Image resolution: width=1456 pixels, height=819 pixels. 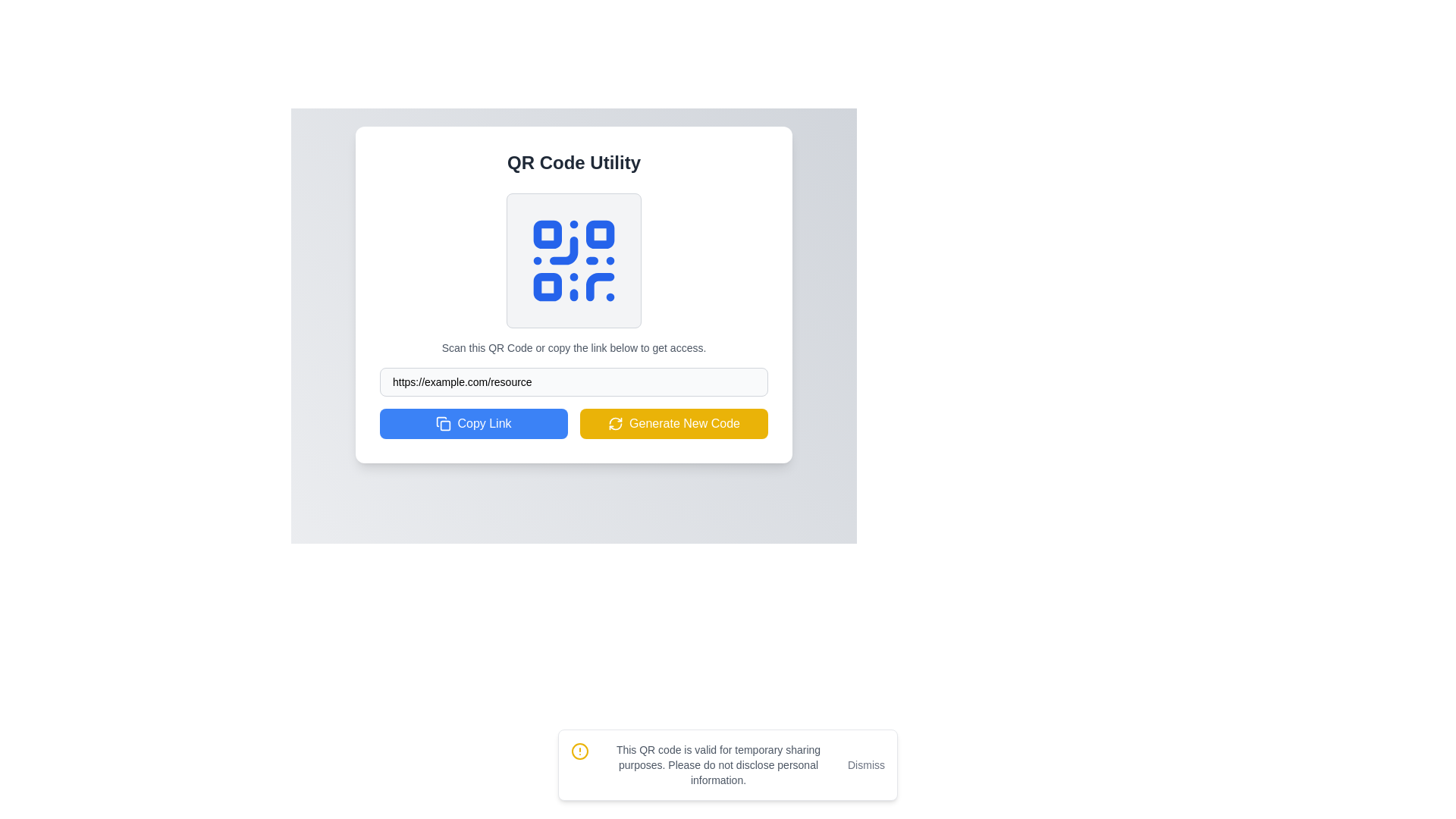 I want to click on the decorative icon to the left of the 'Copy Link' button, which visually supports the button's action, so click(x=443, y=424).